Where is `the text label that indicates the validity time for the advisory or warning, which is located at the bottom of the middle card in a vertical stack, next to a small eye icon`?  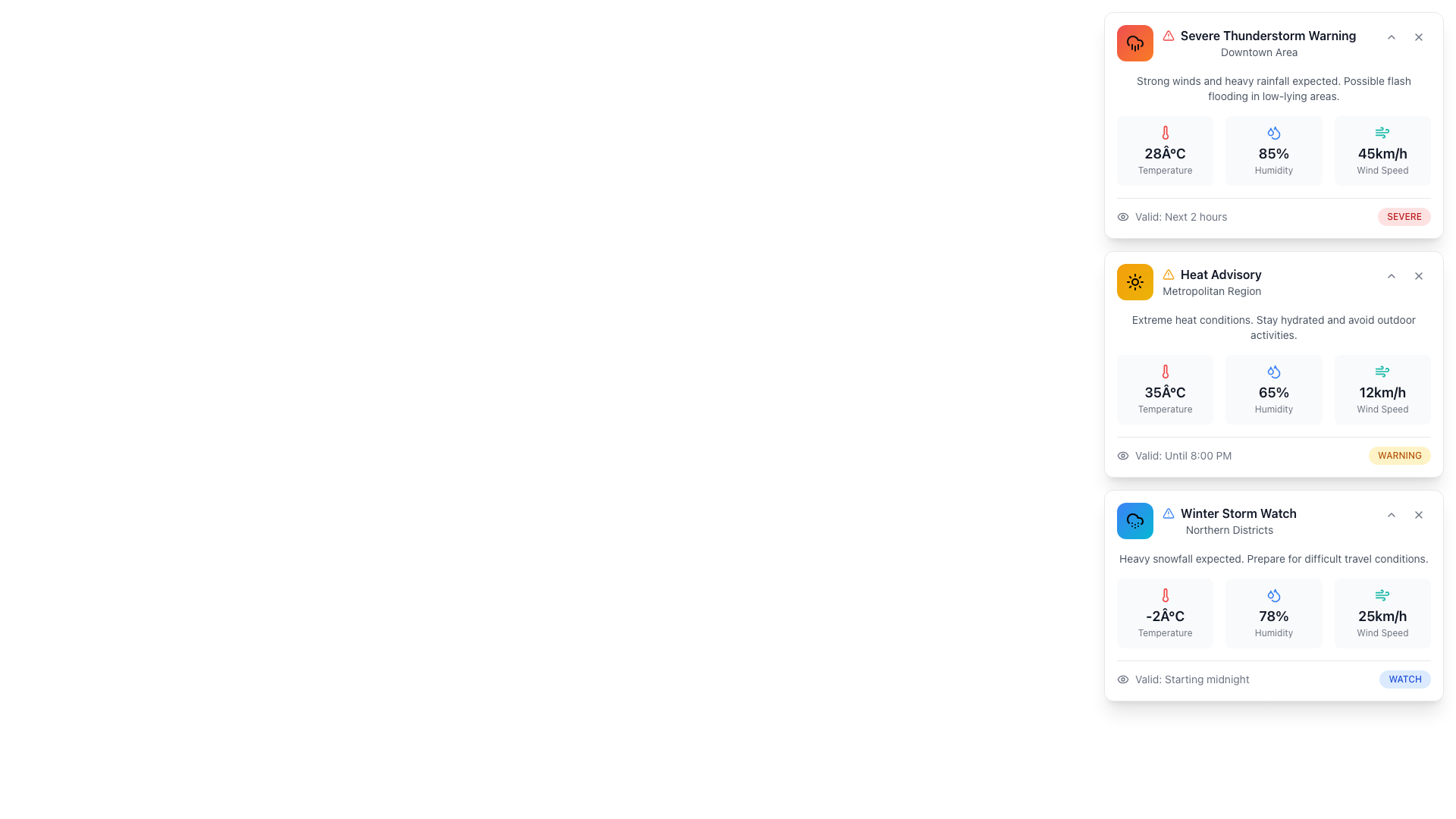 the text label that indicates the validity time for the advisory or warning, which is located at the bottom of the middle card in a vertical stack, next to a small eye icon is located at coordinates (1182, 455).